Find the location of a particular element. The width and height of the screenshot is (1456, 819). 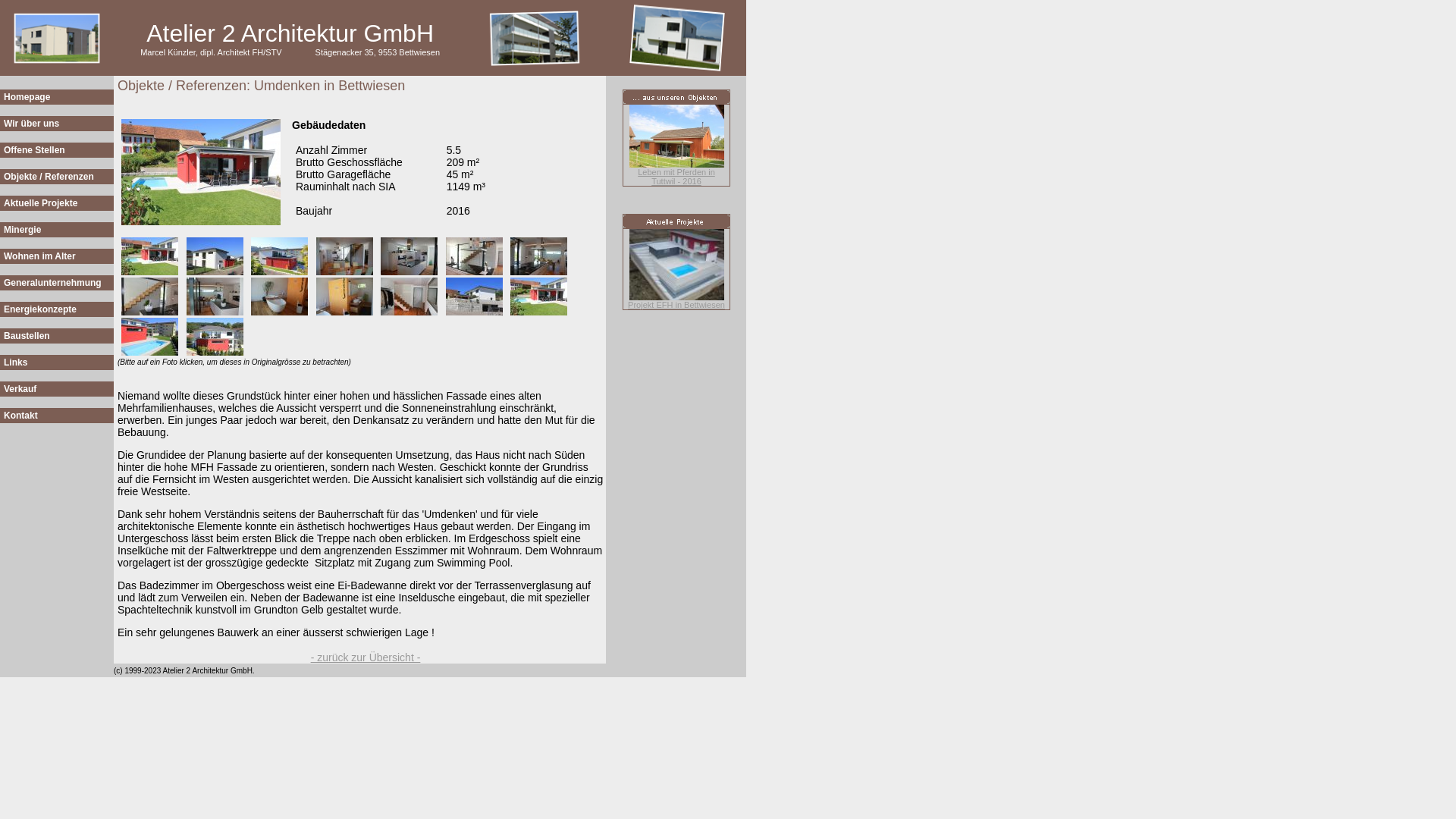

'Projekt EFH in Bettwiesen' is located at coordinates (676, 304).